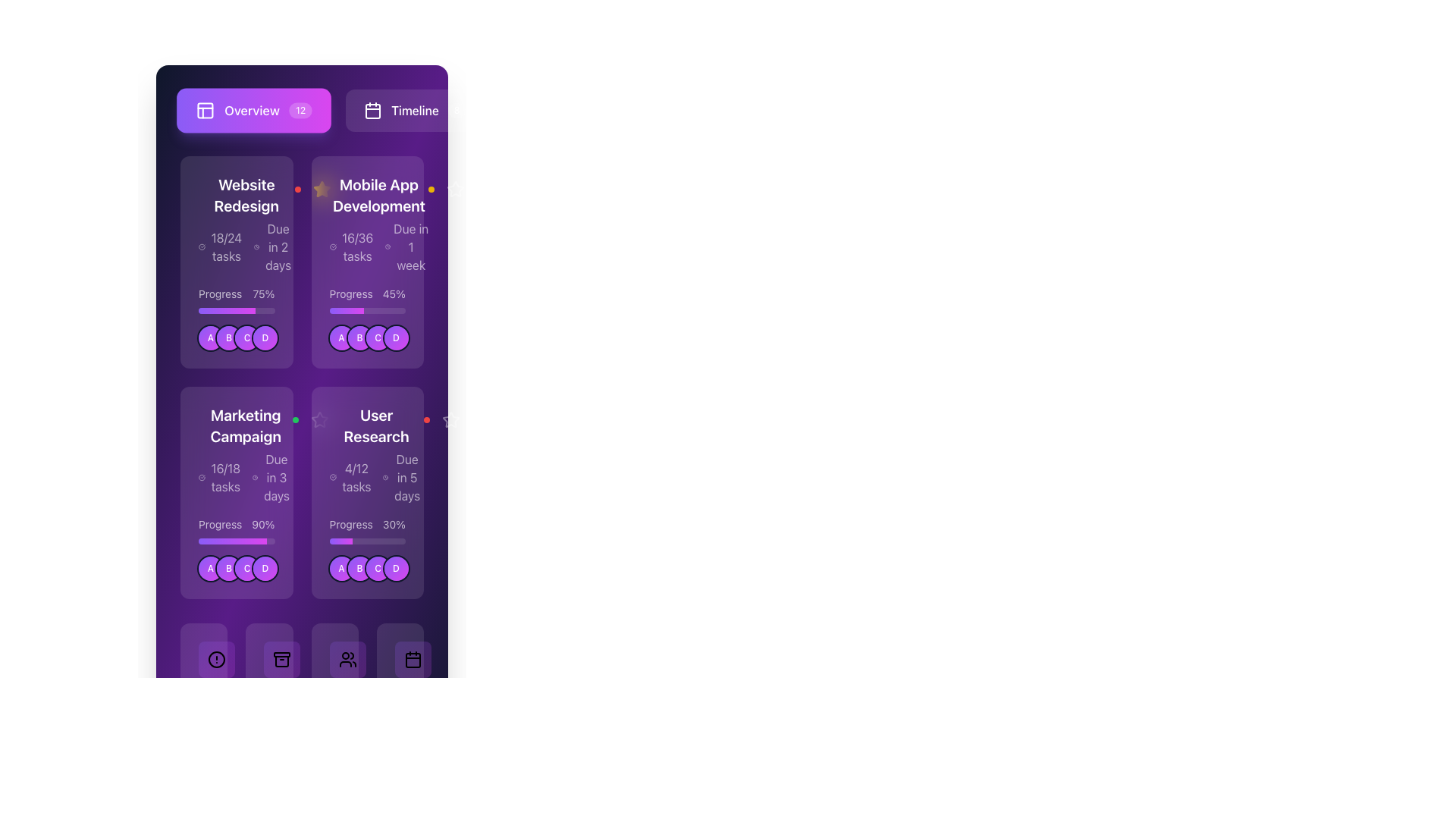 This screenshot has height=819, width=1456. I want to click on the text label displaying the current progress percentage (75%) for the task 'Website Redesign', which is located to the right of the 'Progress' label, so click(263, 294).